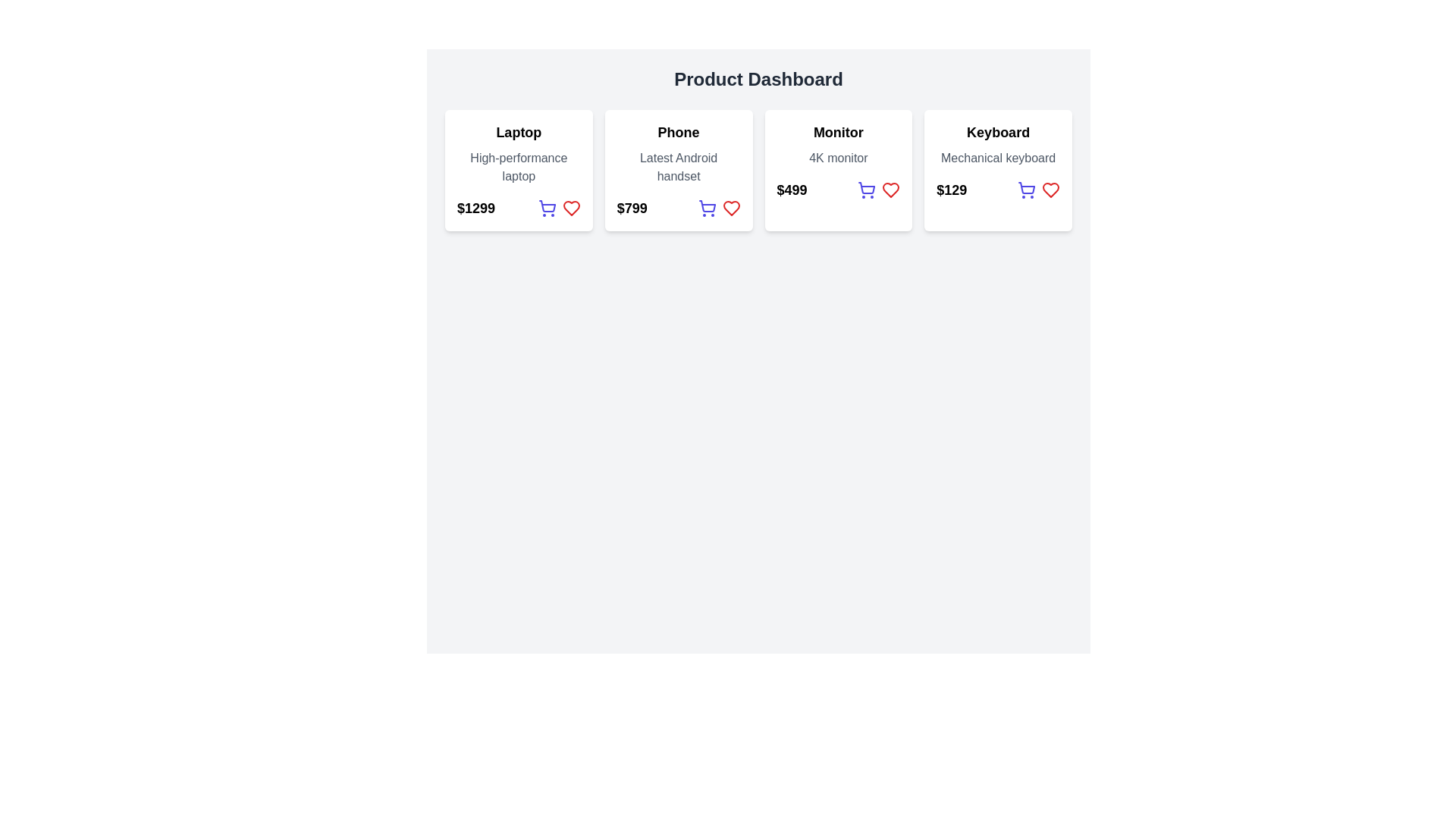 The width and height of the screenshot is (1456, 819). Describe the element at coordinates (867, 189) in the screenshot. I see `the shopping cart icon button located in the top-right corner of the 'Monitor' card` at that location.